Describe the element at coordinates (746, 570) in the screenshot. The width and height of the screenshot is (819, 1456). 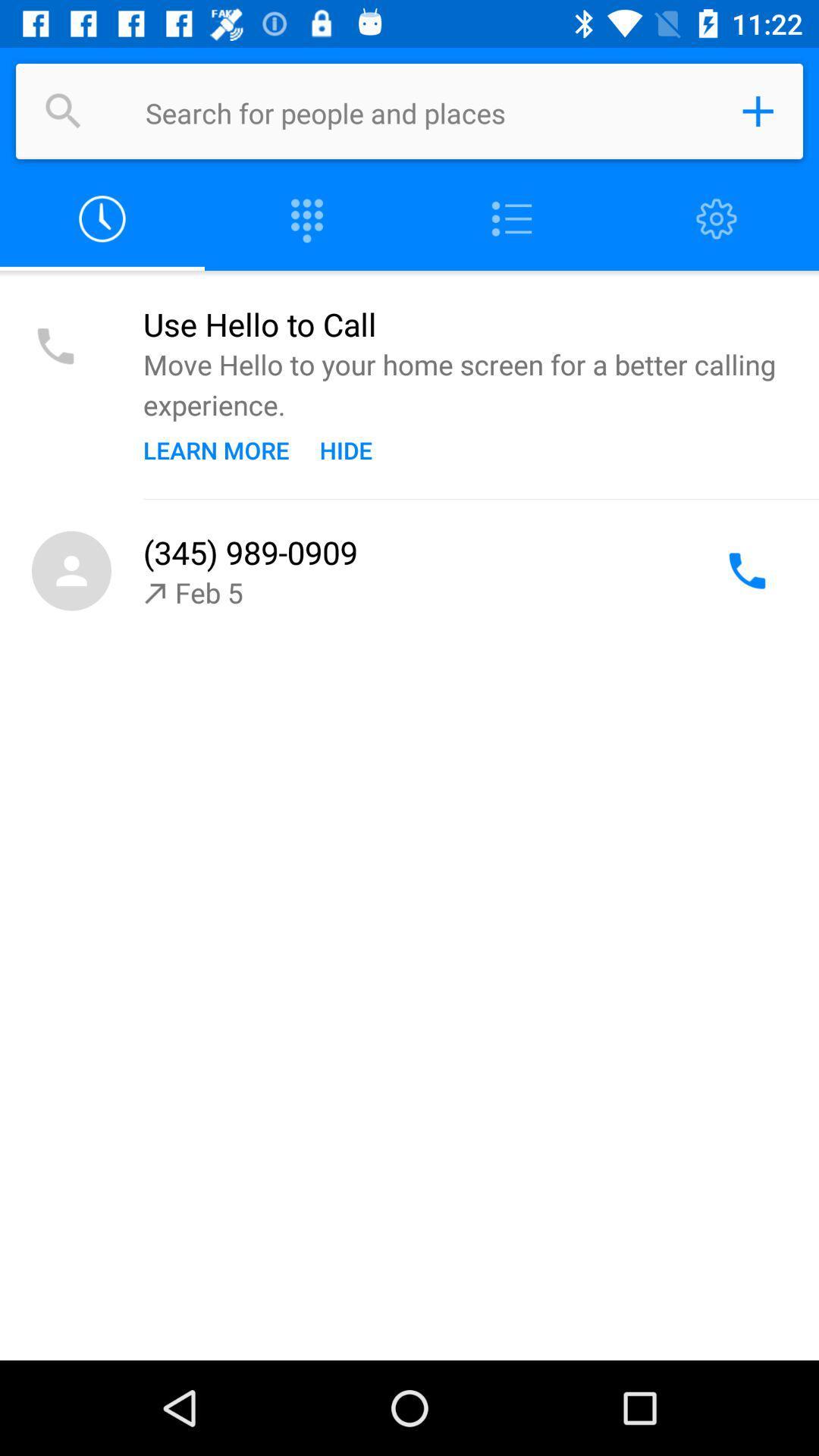
I see `button to call the number` at that location.